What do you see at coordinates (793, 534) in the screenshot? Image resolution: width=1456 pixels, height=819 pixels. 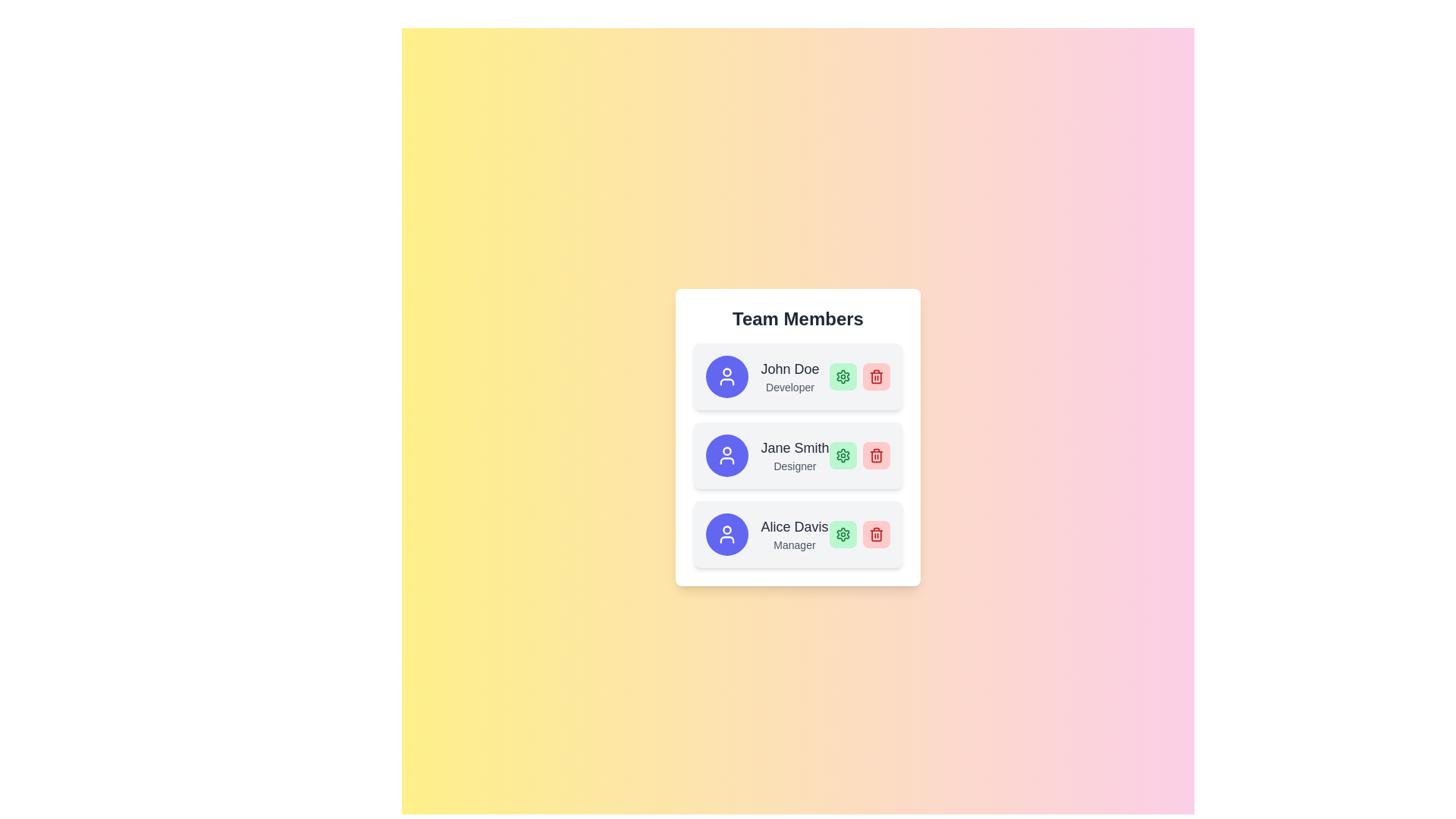 I see `the text group that identifies a team member, displaying their name and role, located within the last card at the bottom of the list, right-aligned to the avatar icon` at bounding box center [793, 534].